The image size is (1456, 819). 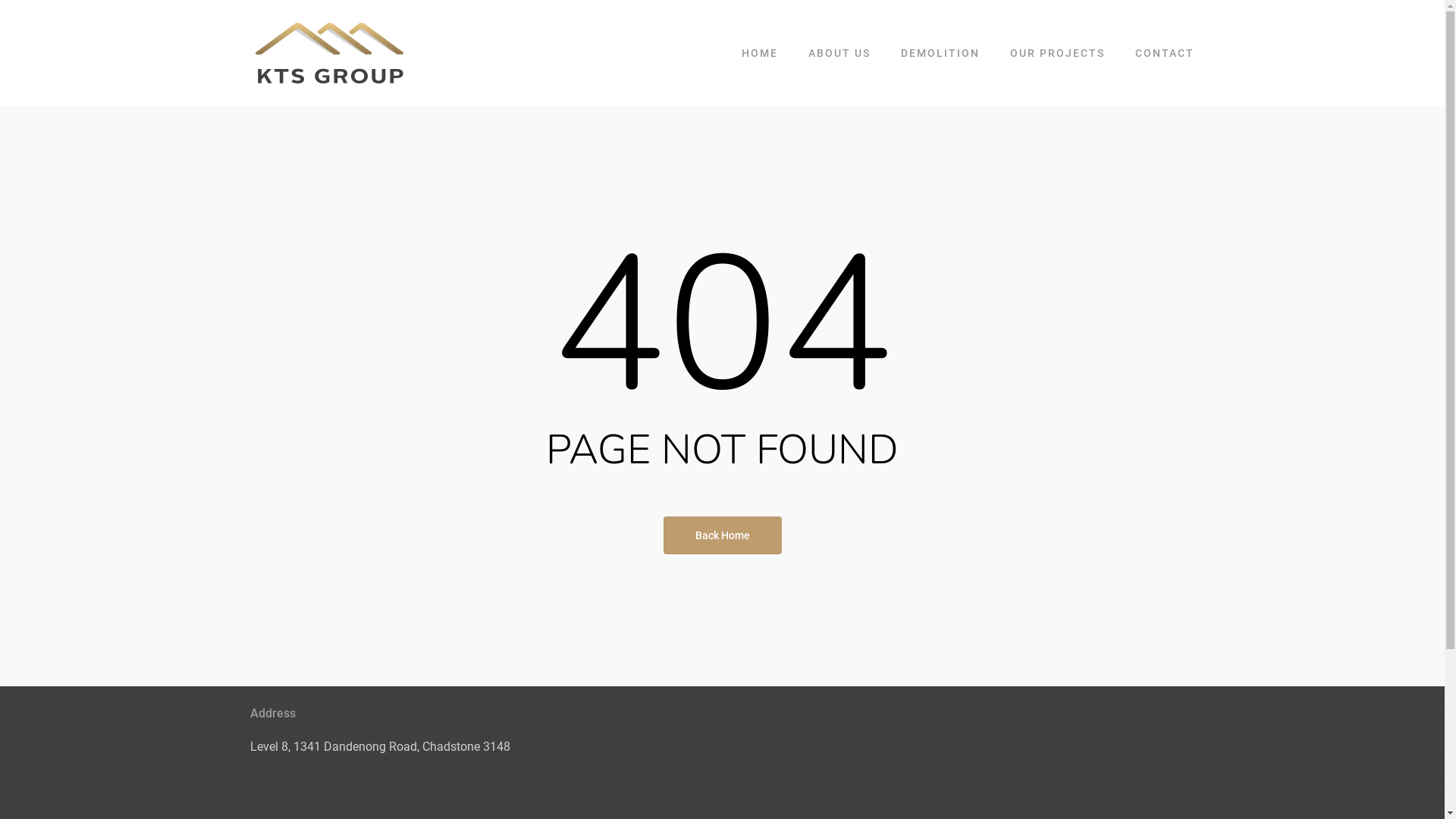 What do you see at coordinates (1164, 52) in the screenshot?
I see `'CONTACT'` at bounding box center [1164, 52].